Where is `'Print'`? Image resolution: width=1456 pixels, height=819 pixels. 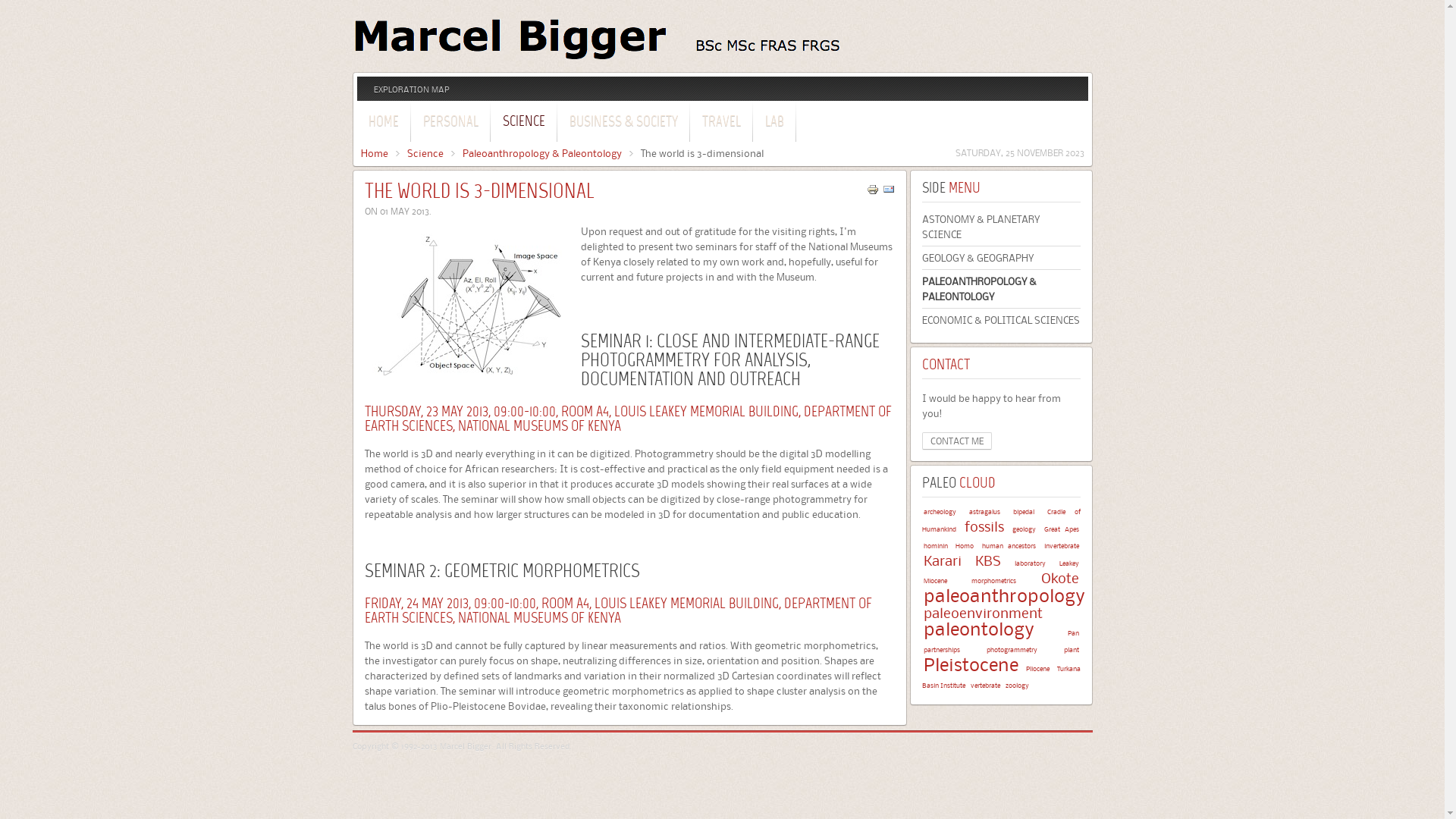 'Print' is located at coordinates (872, 191).